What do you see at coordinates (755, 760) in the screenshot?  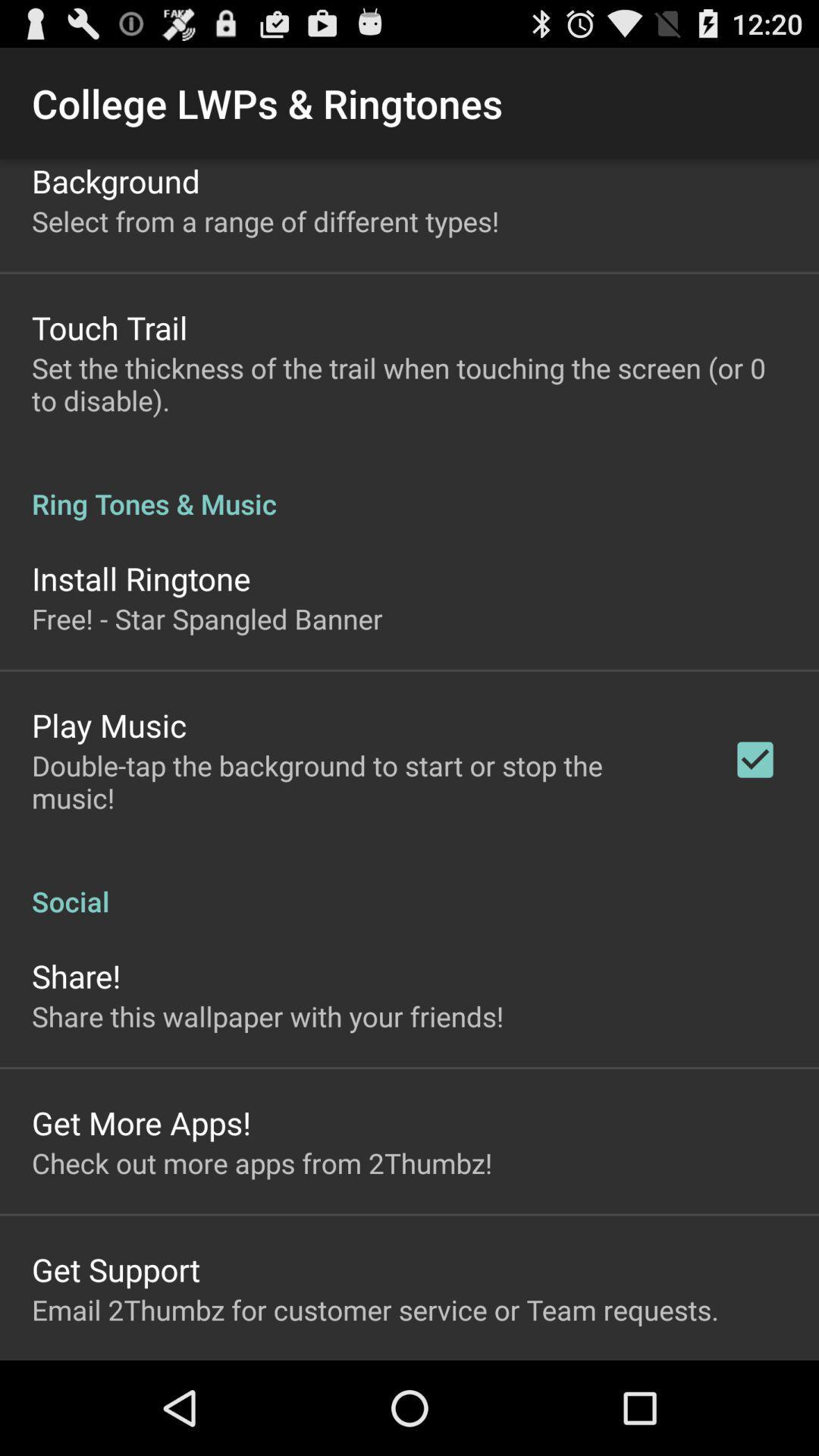 I see `the app next to the double tap the icon` at bounding box center [755, 760].